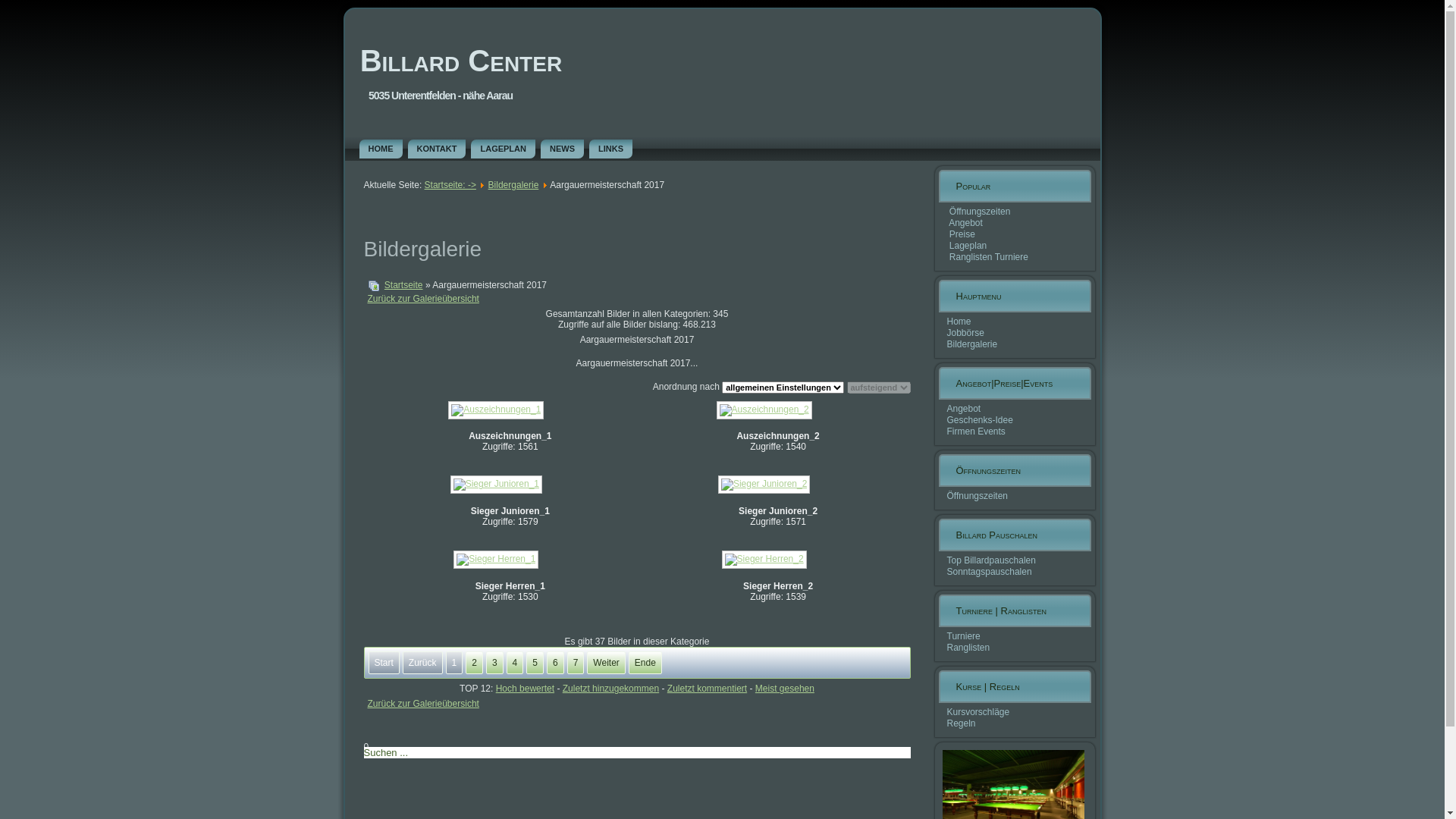 This screenshot has width=1456, height=819. What do you see at coordinates (486, 662) in the screenshot?
I see `'3'` at bounding box center [486, 662].